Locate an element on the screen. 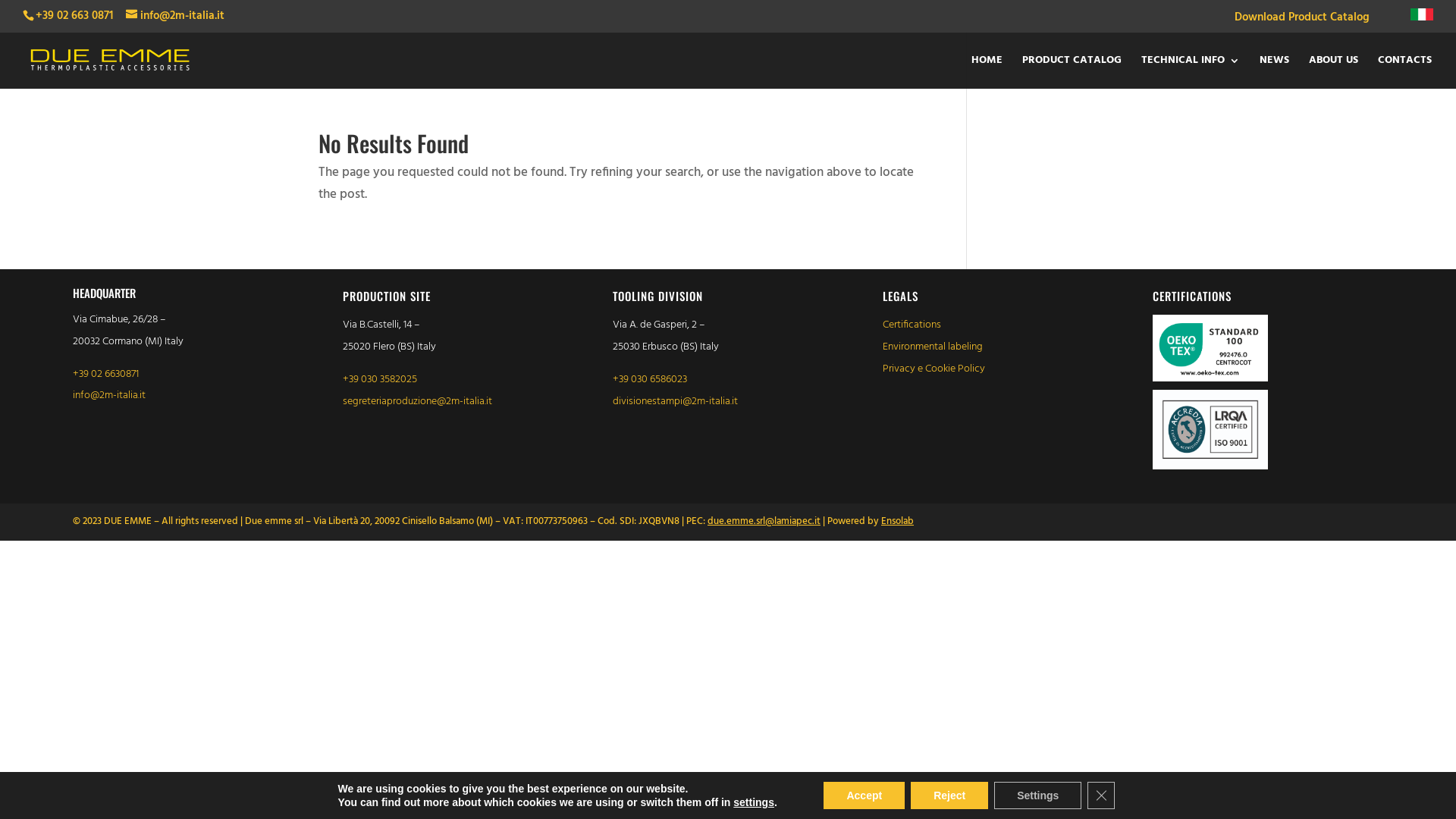  'Ensolab' is located at coordinates (897, 520).